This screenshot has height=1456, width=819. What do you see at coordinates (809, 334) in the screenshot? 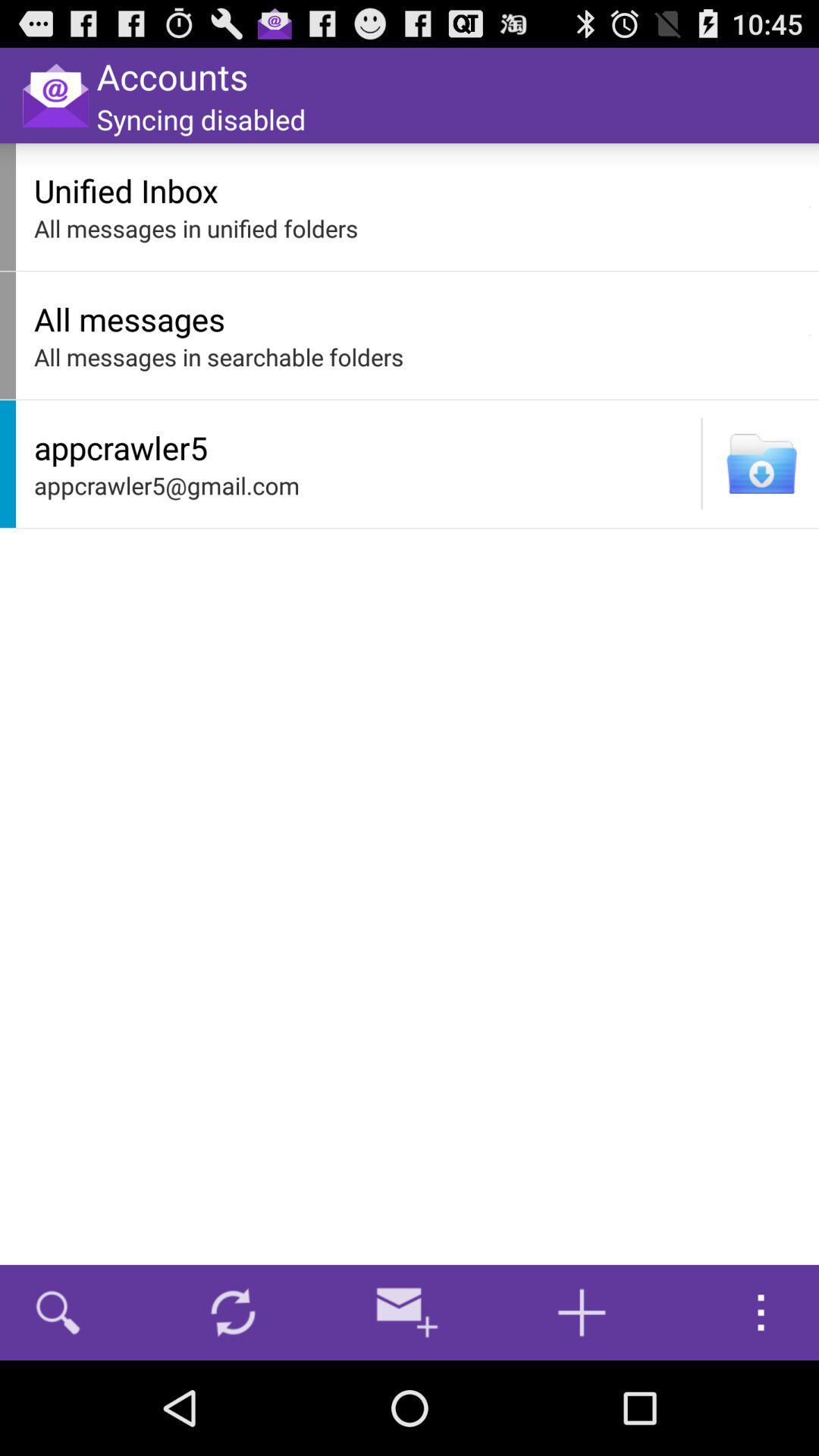
I see `item to the right of the all messages` at bounding box center [809, 334].